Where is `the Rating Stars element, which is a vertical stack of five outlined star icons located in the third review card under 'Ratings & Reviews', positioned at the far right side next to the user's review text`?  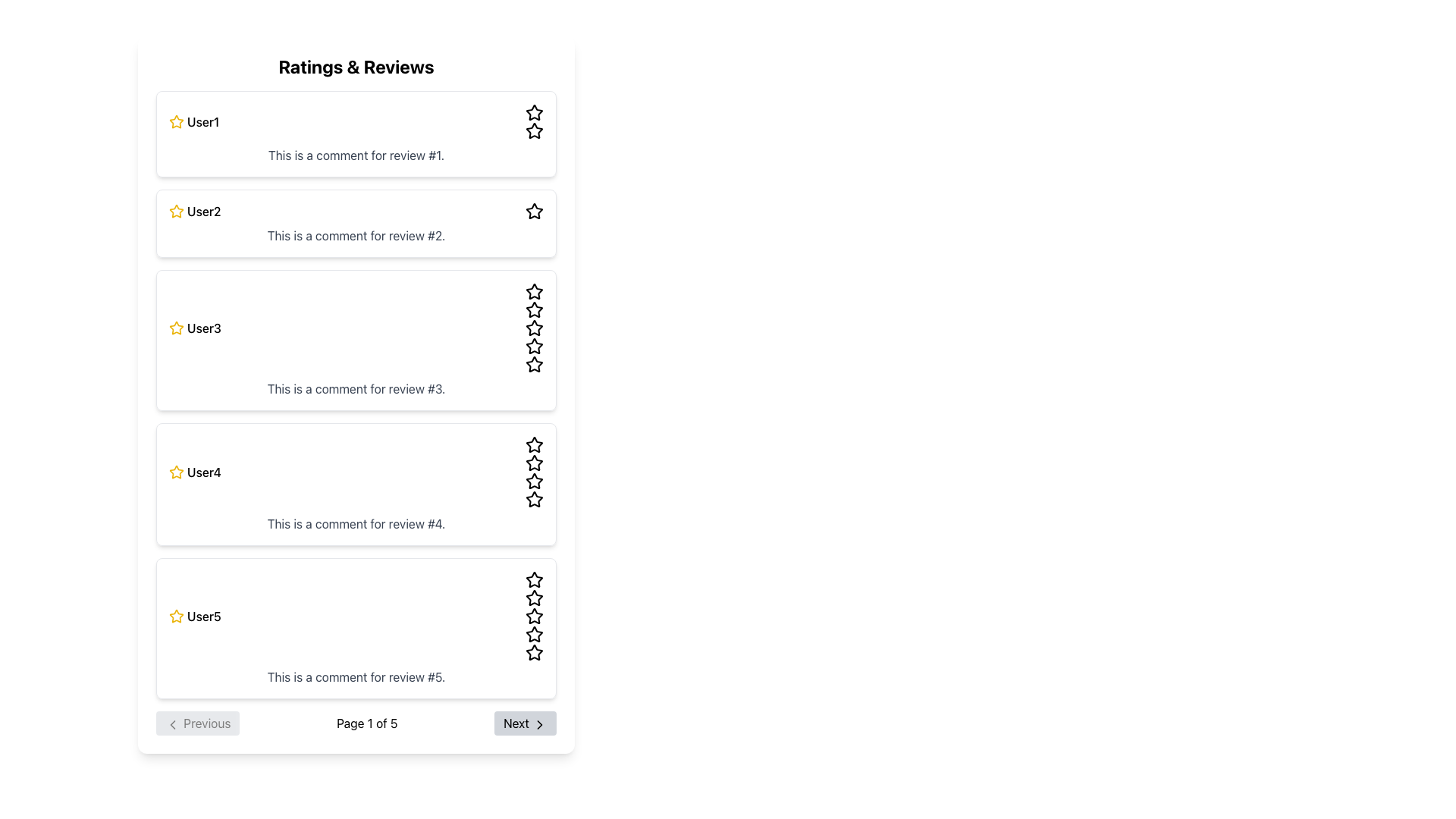 the Rating Stars element, which is a vertical stack of five outlined star icons located in the third review card under 'Ratings & Reviews', positioned at the far right side next to the user's review text is located at coordinates (535, 327).